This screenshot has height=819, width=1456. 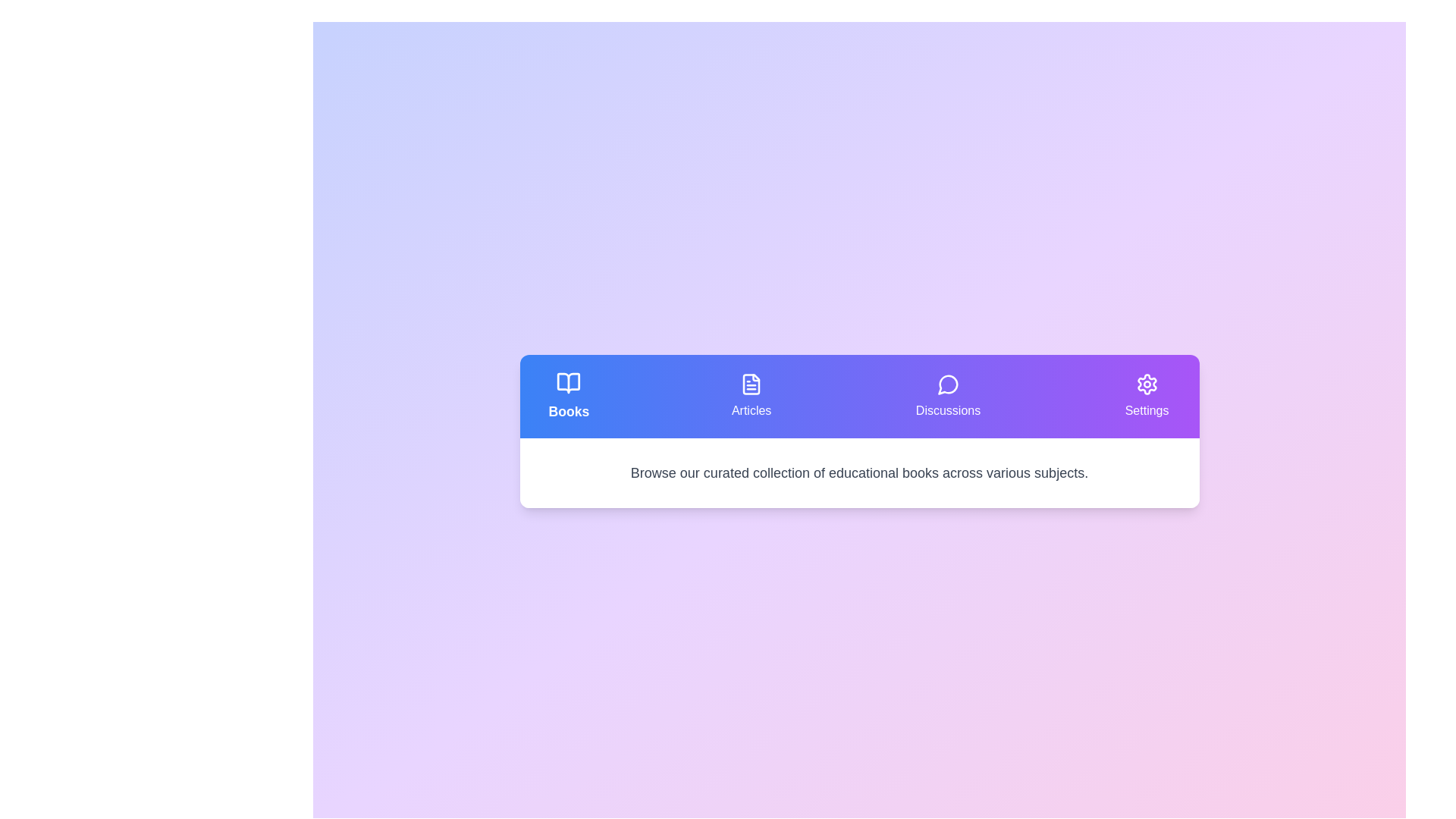 I want to click on the Settings tab, so click(x=1147, y=396).